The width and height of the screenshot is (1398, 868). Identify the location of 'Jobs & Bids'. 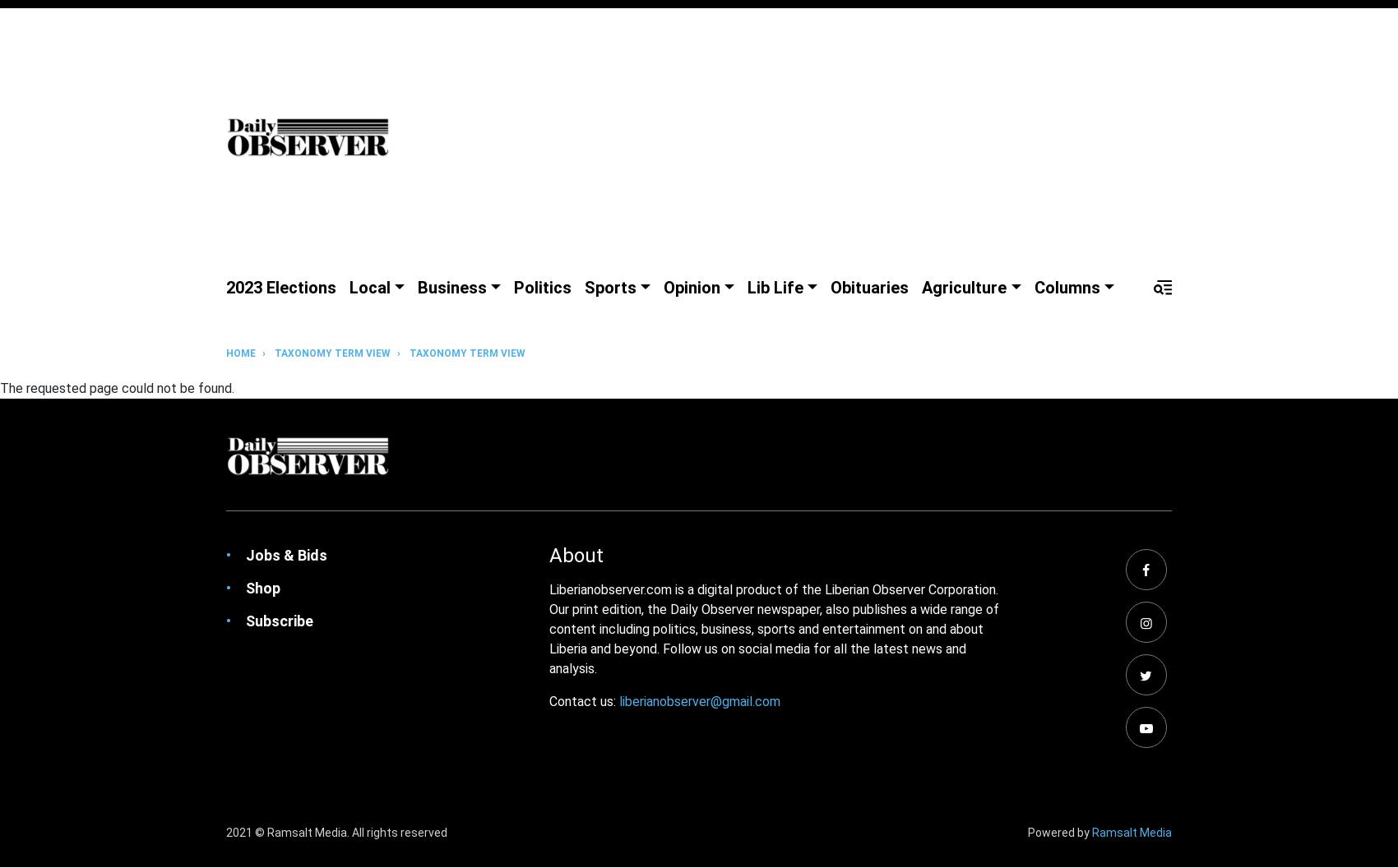
(285, 554).